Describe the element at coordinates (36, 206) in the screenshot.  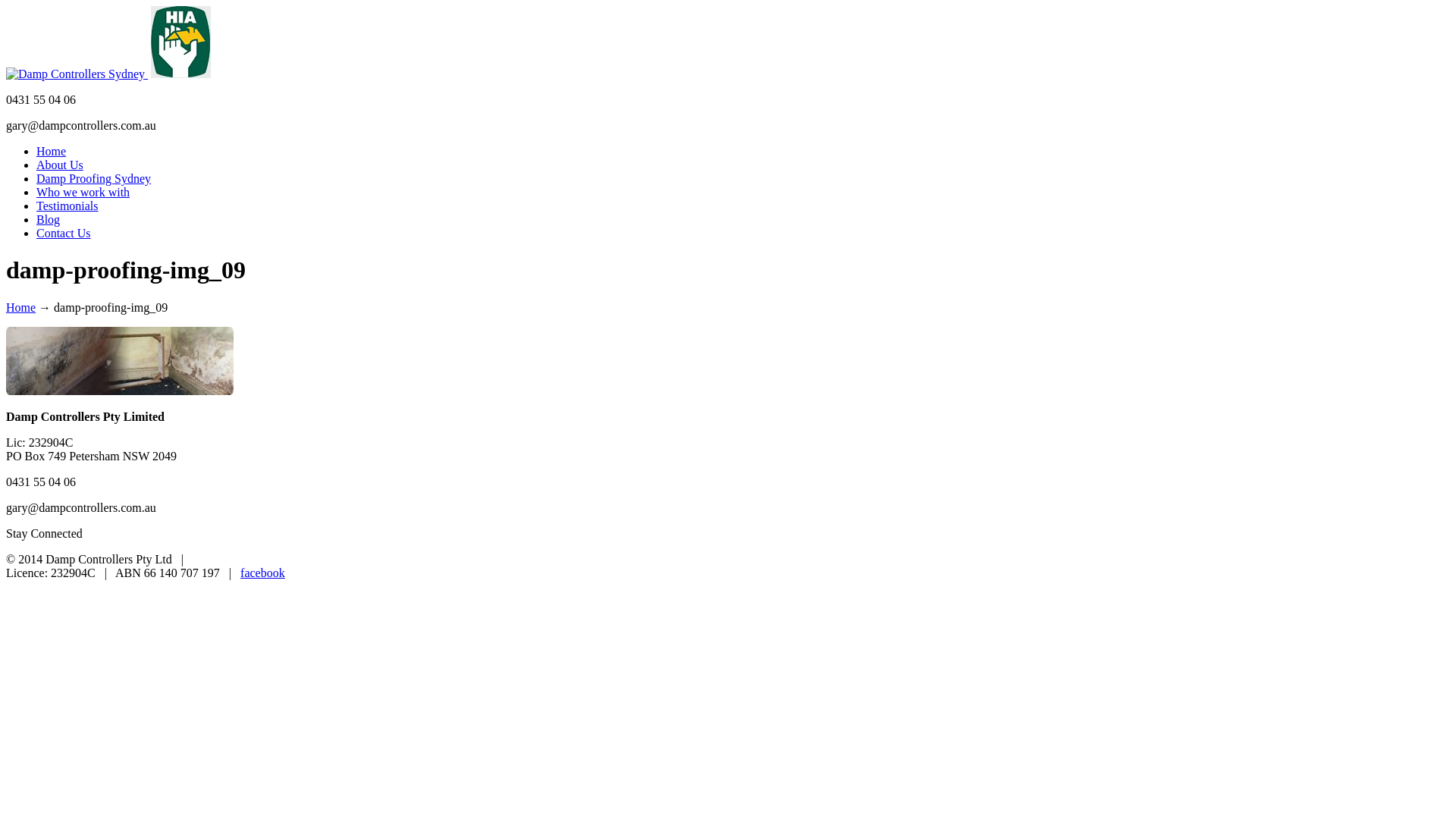
I see `'Testimonials'` at that location.